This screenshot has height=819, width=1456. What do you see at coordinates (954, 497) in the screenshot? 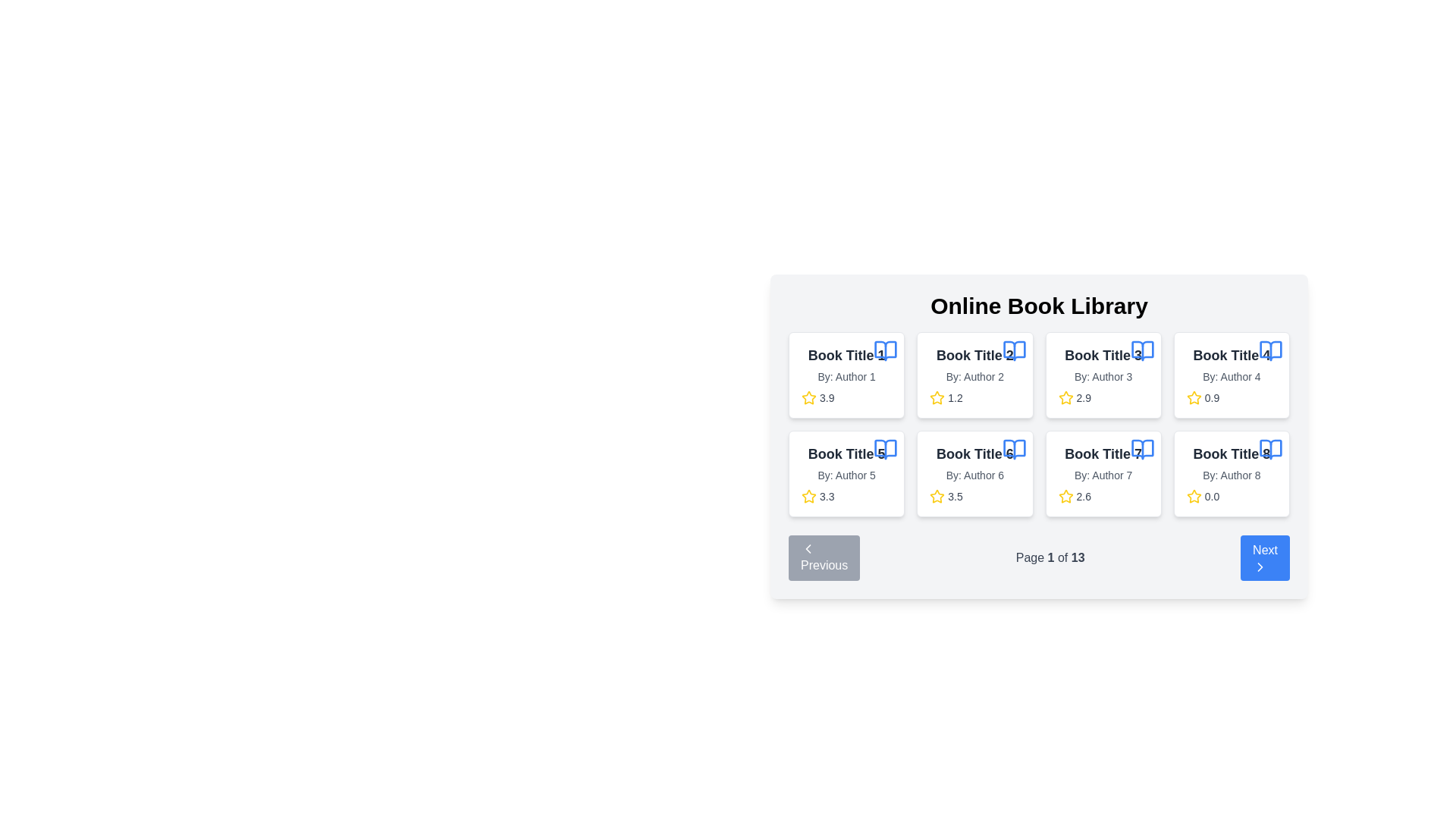
I see `the numeric rating display located in the sixth book card of the second row, positioned to the right of the star rating icon` at bounding box center [954, 497].